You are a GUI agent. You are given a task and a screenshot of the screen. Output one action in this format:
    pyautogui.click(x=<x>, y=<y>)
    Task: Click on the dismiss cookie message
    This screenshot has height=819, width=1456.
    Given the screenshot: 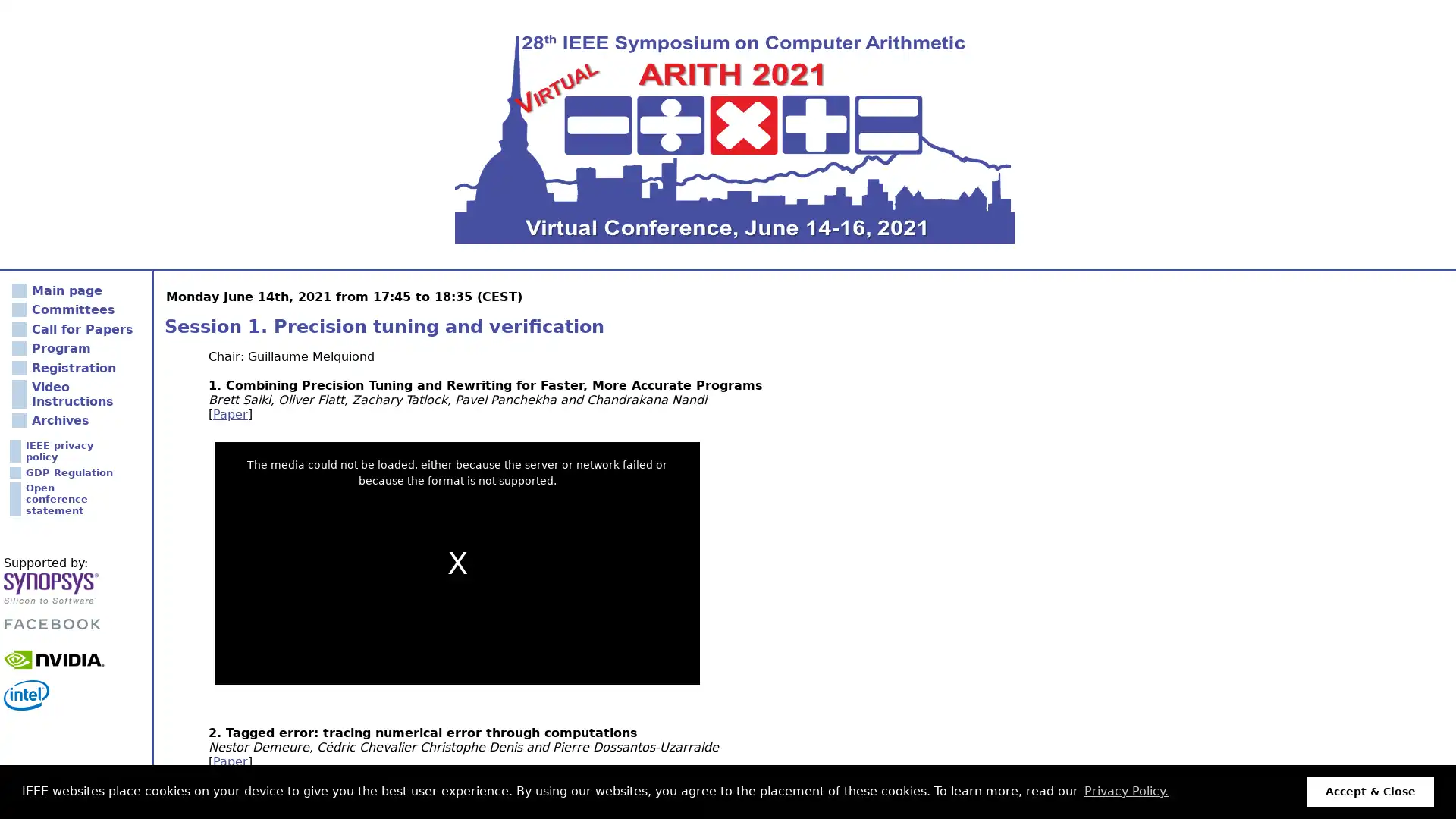 What is the action you would take?
    pyautogui.click(x=1370, y=791)
    